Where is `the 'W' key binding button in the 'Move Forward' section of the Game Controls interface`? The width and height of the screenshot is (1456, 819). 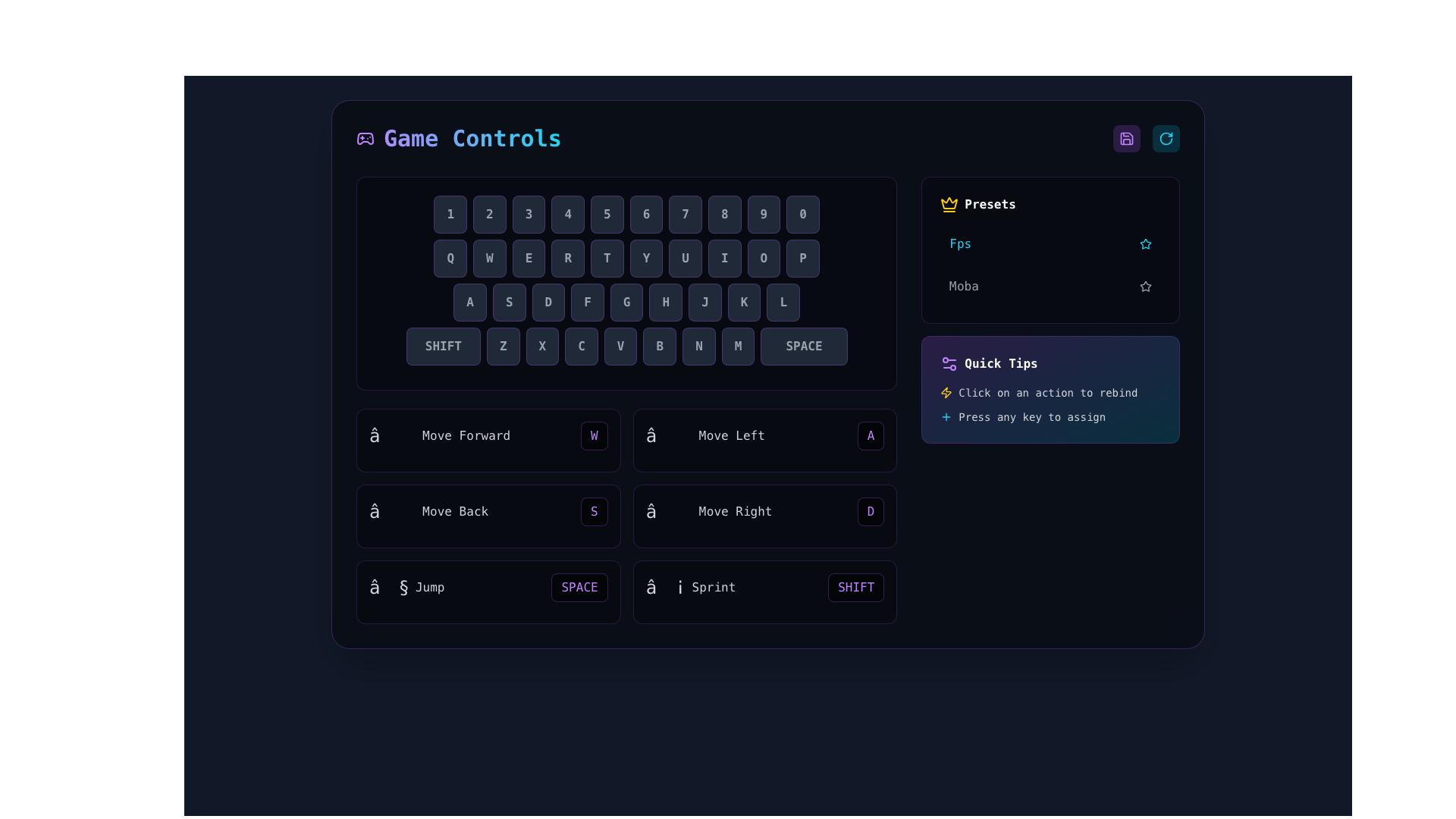
the 'W' key binding button in the 'Move Forward' section of the Game Controls interface is located at coordinates (593, 435).